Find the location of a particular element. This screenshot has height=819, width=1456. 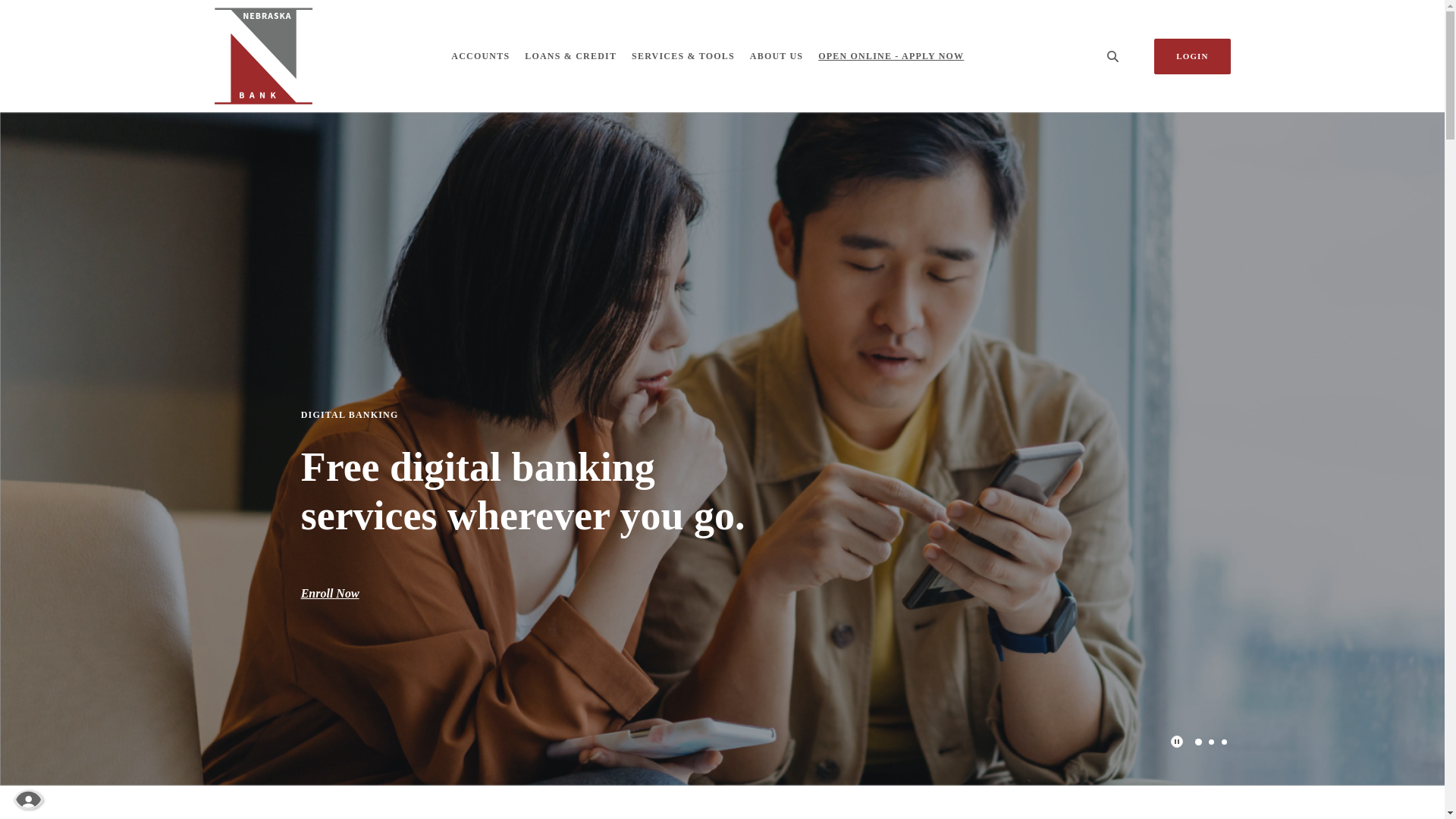

'2' is located at coordinates (1210, 741).